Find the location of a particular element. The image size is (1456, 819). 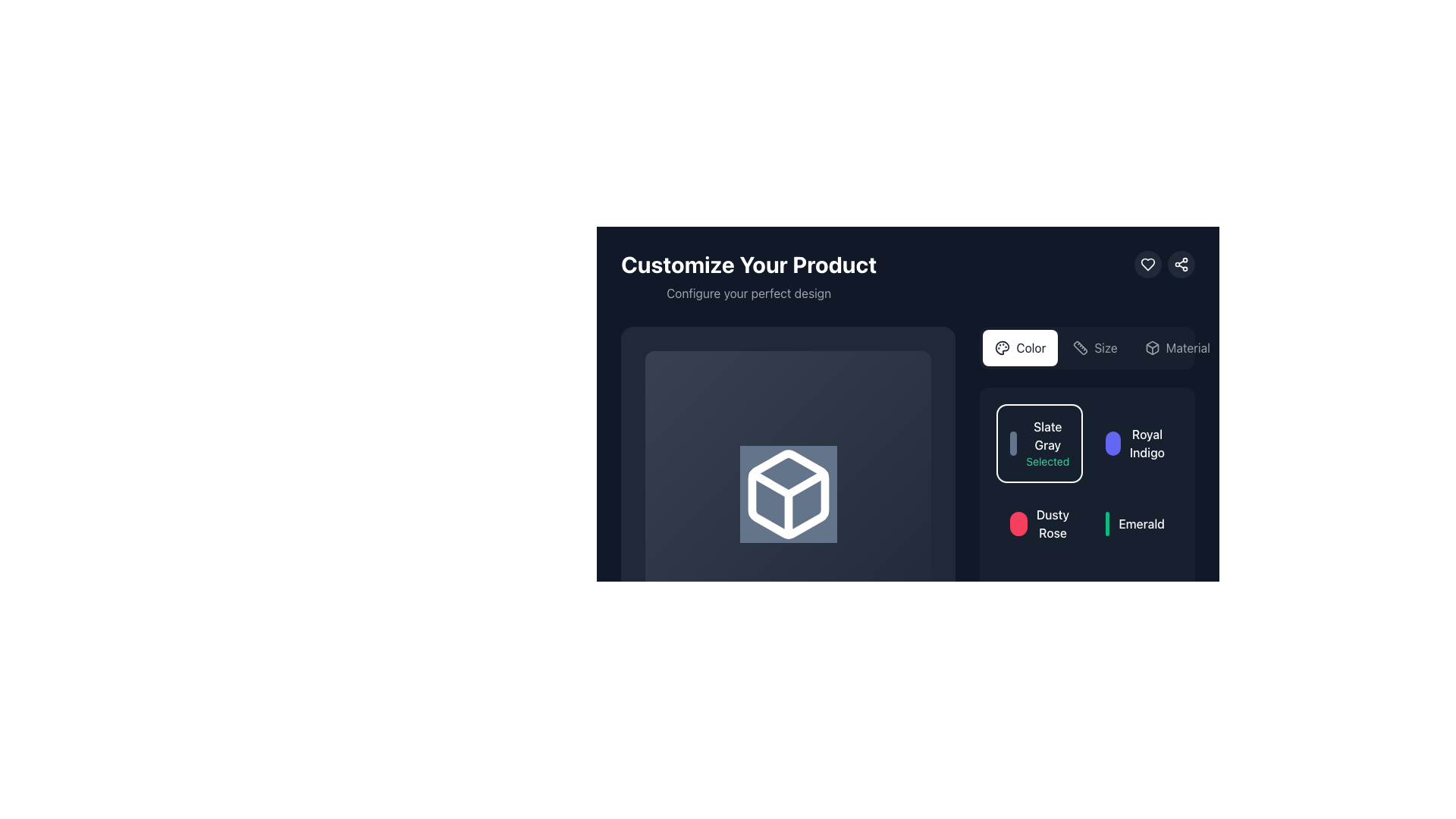

the Text label indicating the name of the selected color option, specifically the label 'Slate Gray Selected' is located at coordinates (1046, 435).